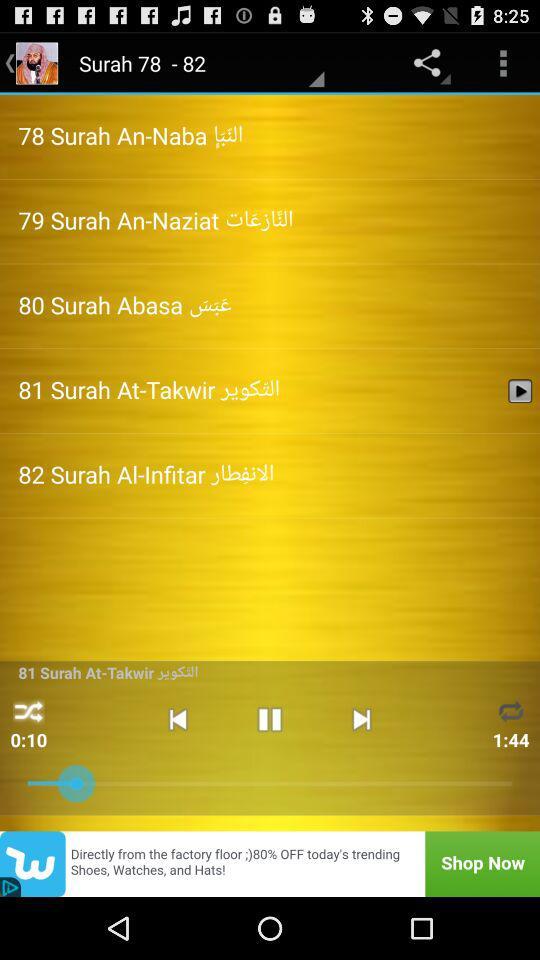 The image size is (540, 960). I want to click on the skip_previous icon, so click(177, 768).